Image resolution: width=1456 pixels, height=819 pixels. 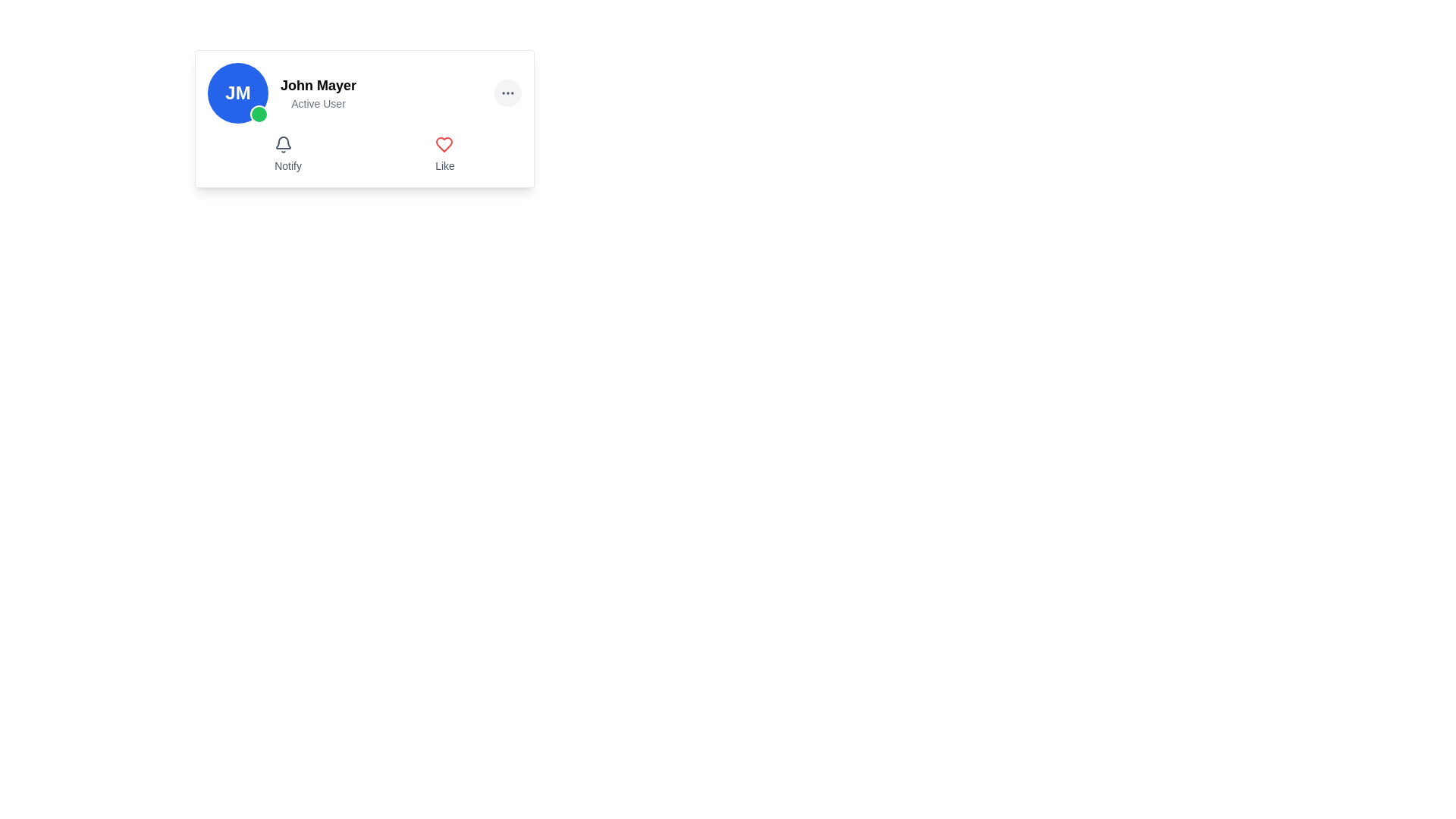 I want to click on the icon button located in the upper-right corner of the user card for 'John Mayer', so click(x=508, y=93).